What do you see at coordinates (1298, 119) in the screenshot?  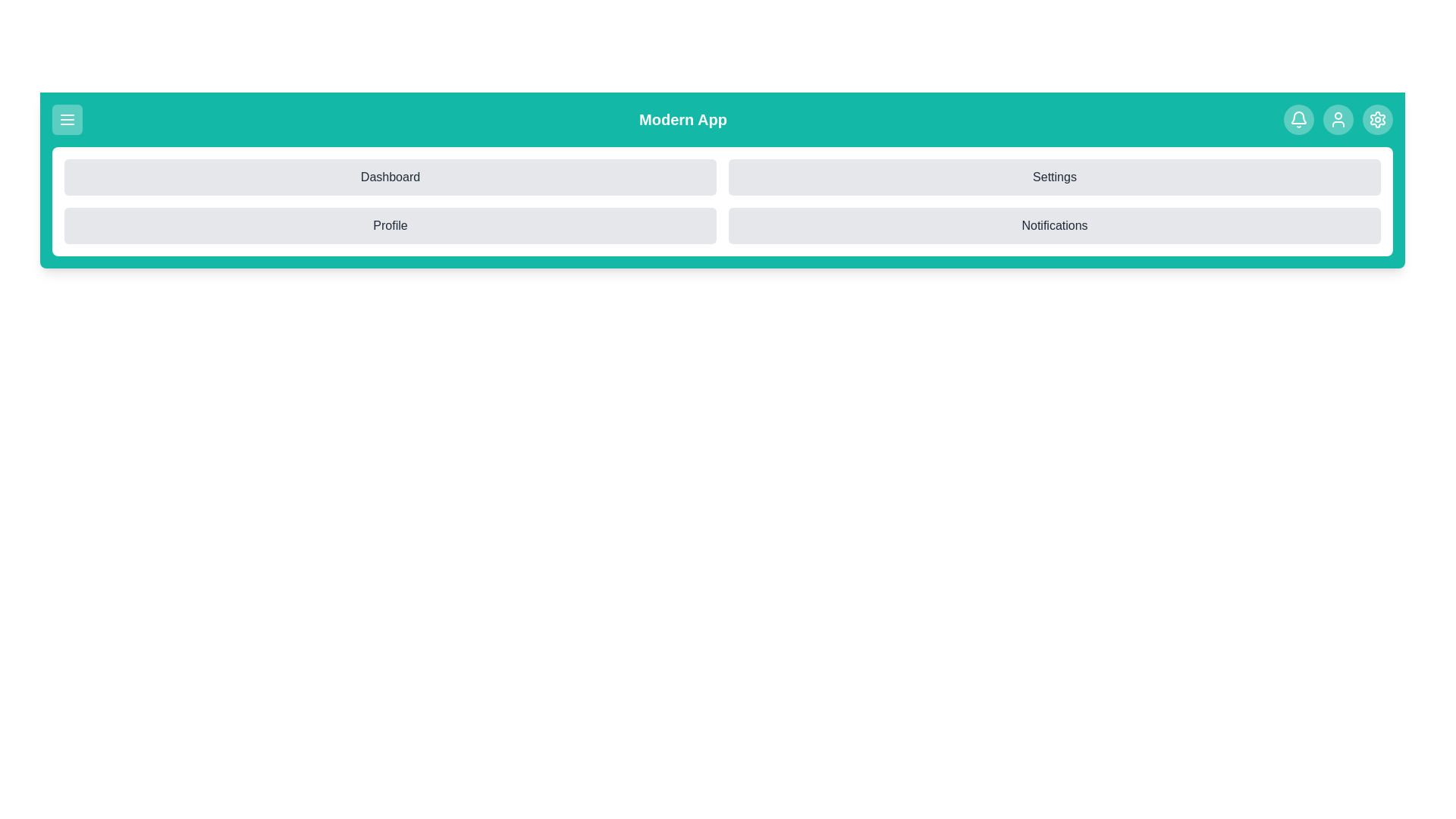 I see `the notification icon in the top-right corner of the app bar` at bounding box center [1298, 119].